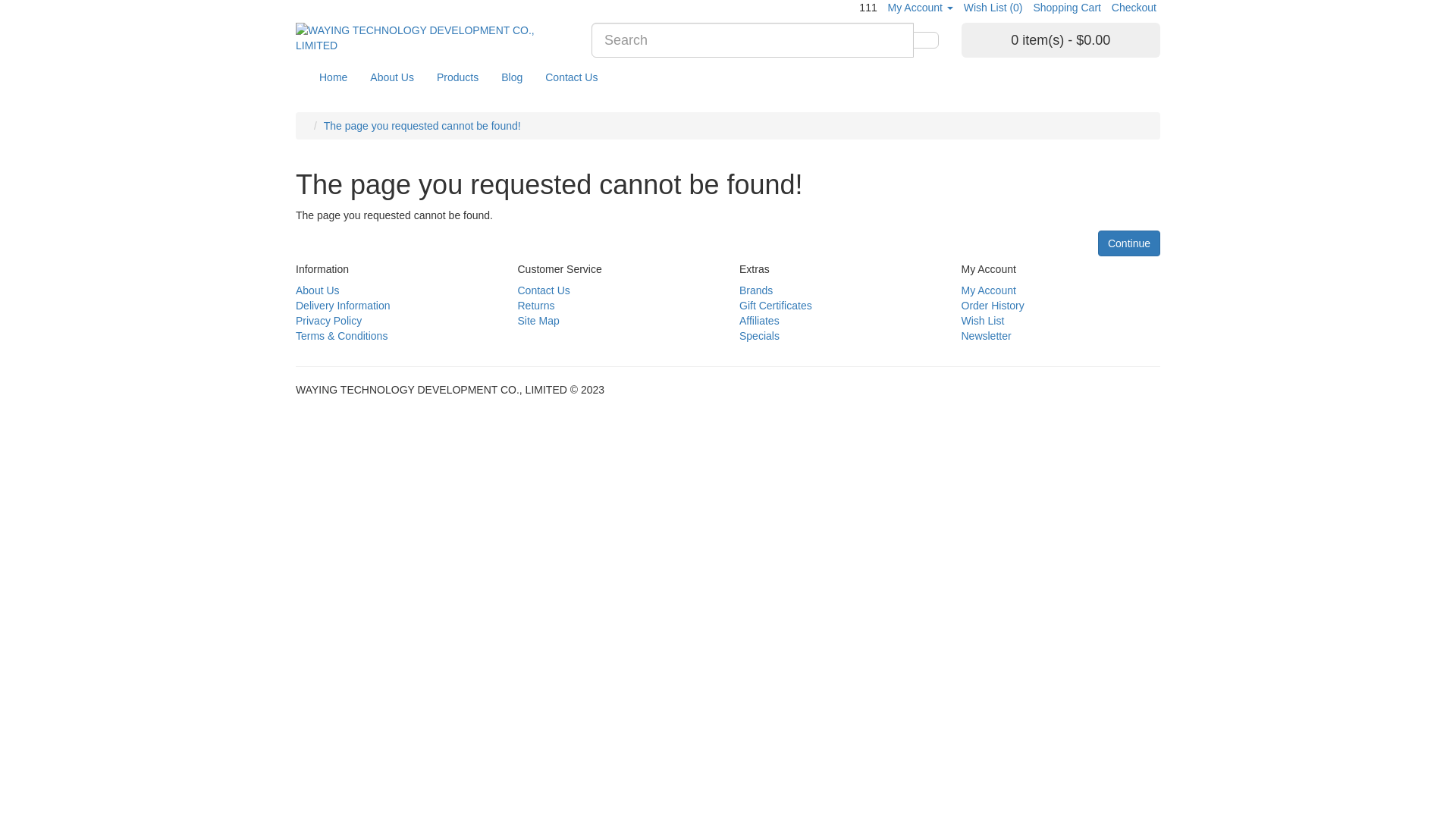  What do you see at coordinates (1134, 8) in the screenshot?
I see `'Checkout'` at bounding box center [1134, 8].